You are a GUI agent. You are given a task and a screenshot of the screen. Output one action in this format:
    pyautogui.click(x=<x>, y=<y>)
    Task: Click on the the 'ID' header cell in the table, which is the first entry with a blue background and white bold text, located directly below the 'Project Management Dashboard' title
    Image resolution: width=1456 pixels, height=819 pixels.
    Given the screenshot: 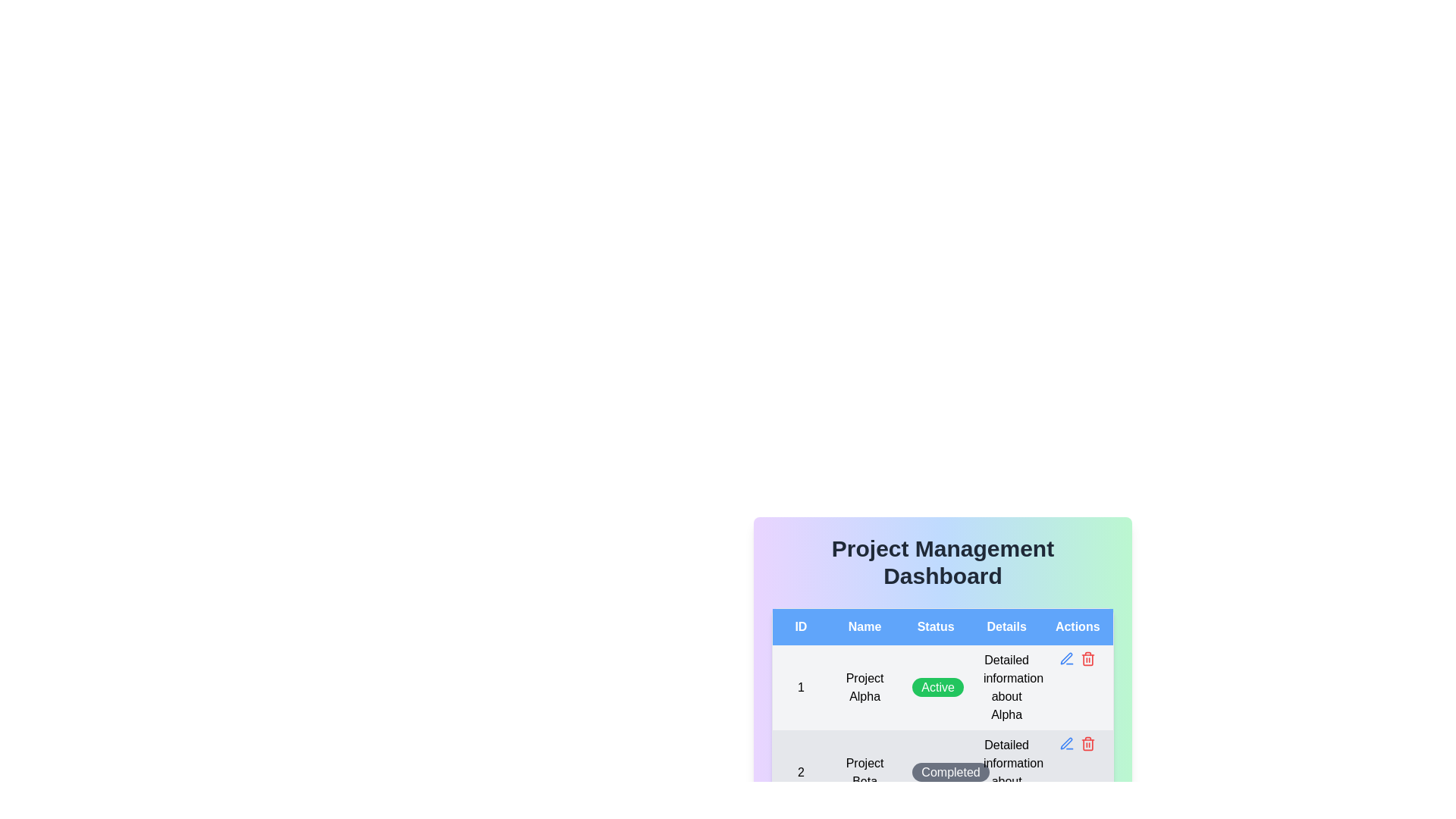 What is the action you would take?
    pyautogui.click(x=800, y=626)
    